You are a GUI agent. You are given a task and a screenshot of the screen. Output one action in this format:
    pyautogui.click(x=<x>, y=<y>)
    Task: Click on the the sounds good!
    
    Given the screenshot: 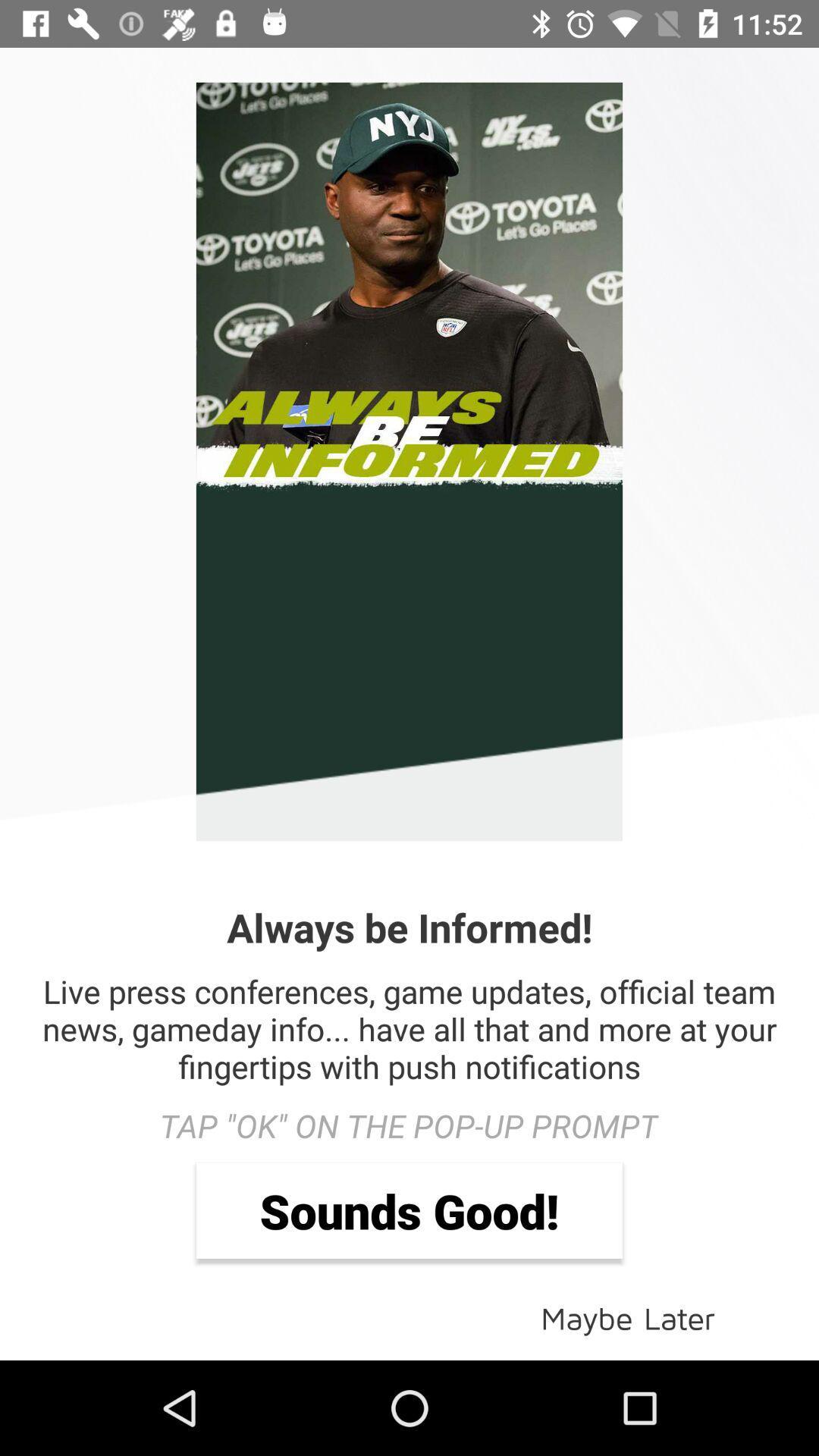 What is the action you would take?
    pyautogui.click(x=409, y=1210)
    